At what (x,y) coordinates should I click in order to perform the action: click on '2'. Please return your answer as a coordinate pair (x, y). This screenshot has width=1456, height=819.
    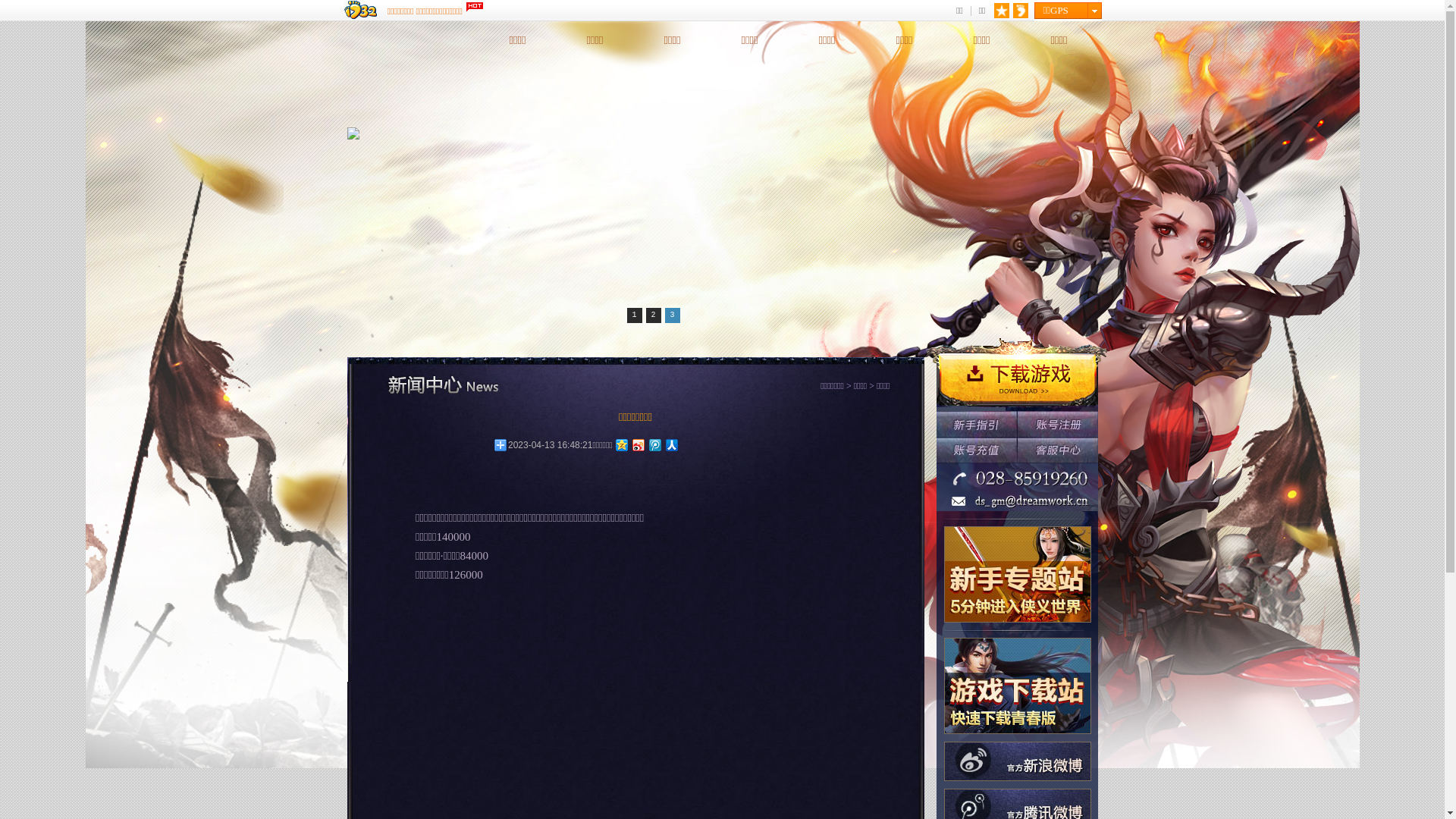
    Looking at the image, I should click on (654, 315).